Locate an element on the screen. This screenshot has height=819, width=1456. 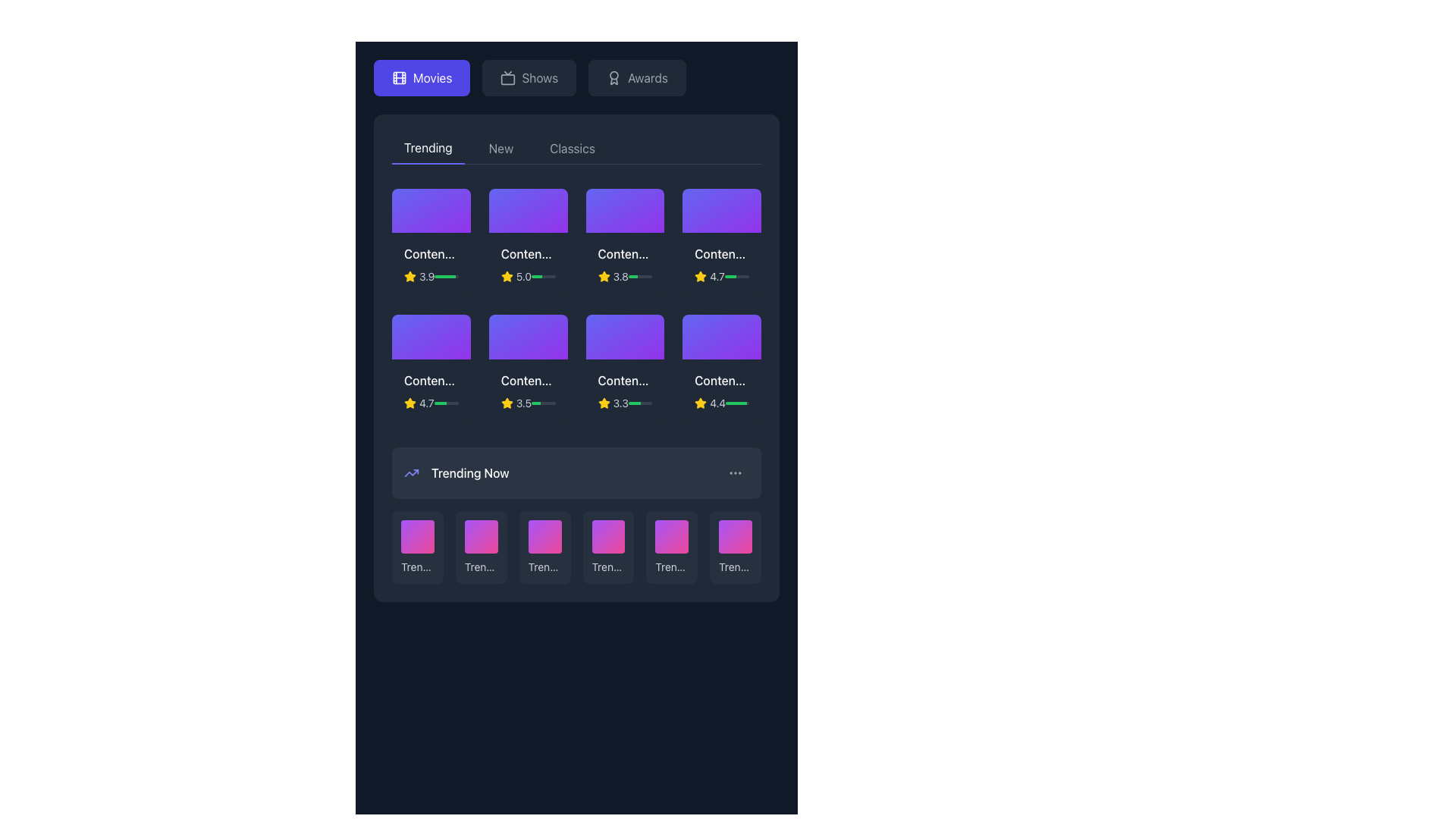
the trending movie thumbnail located in the 'Trending Now' section, specifically the fifth item from the left in the bottom carousel is located at coordinates (671, 535).